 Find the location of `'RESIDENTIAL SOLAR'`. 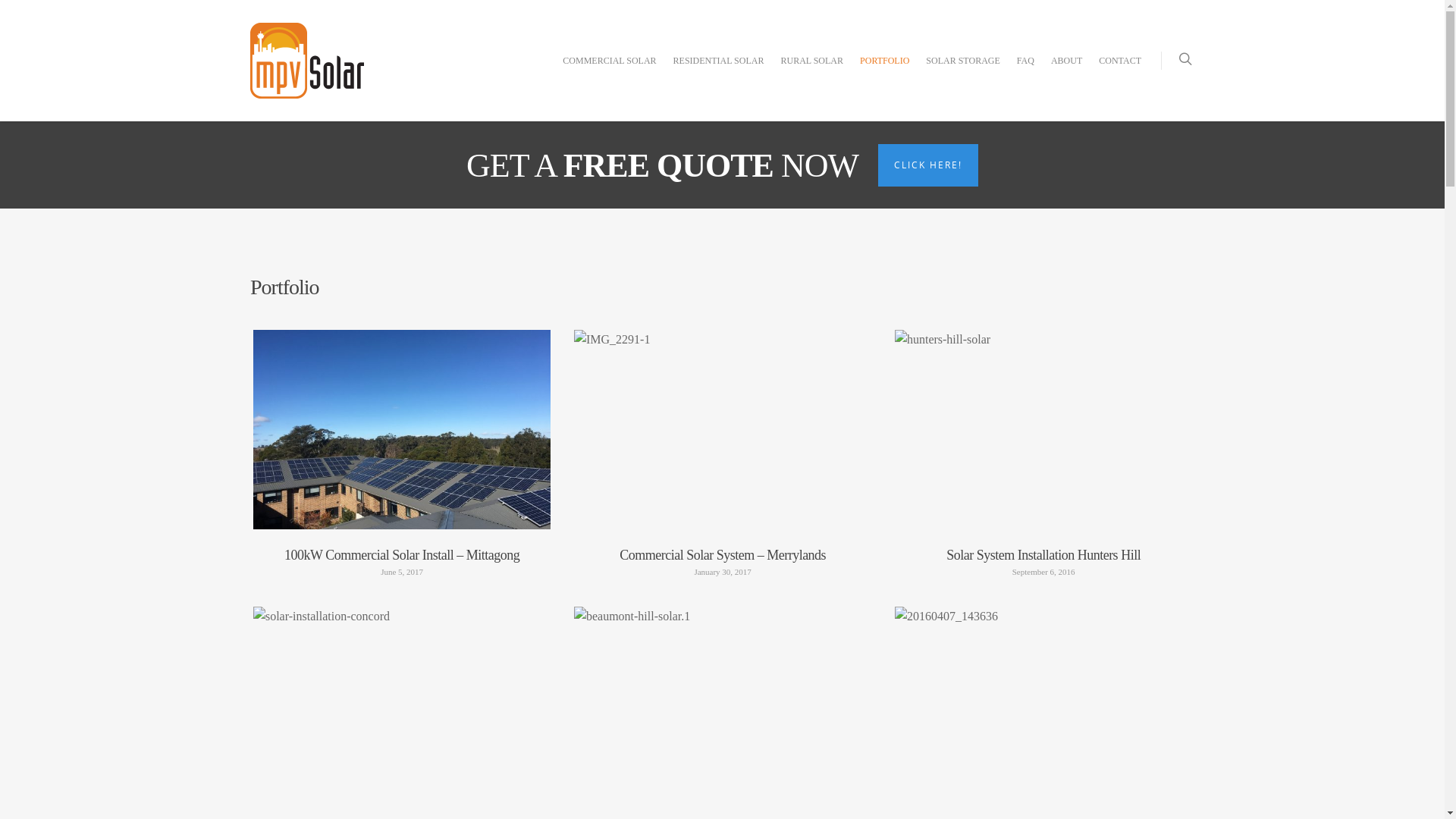

'RESIDENTIAL SOLAR' is located at coordinates (717, 72).